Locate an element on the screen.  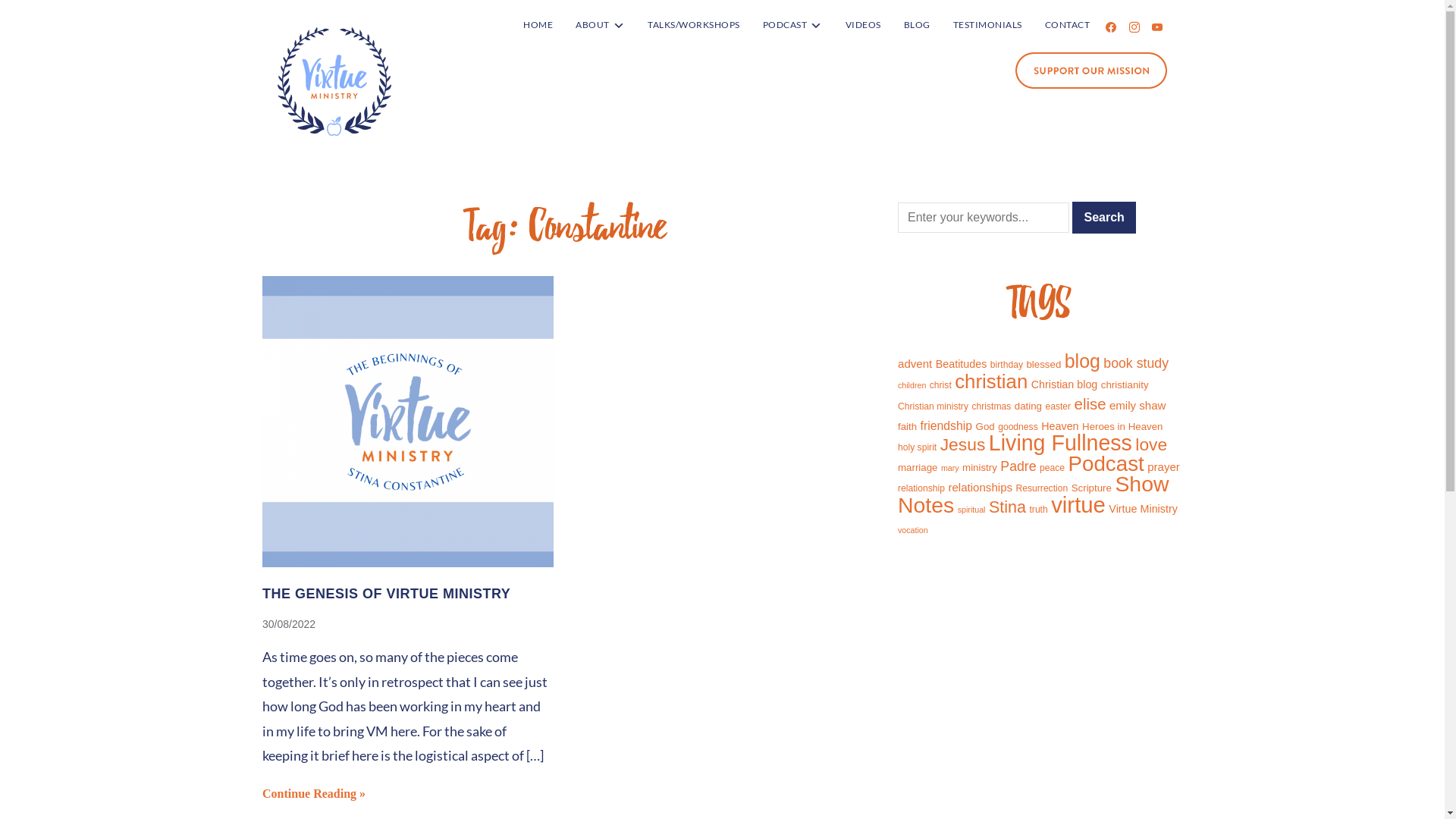
'spiritual' is located at coordinates (971, 509).